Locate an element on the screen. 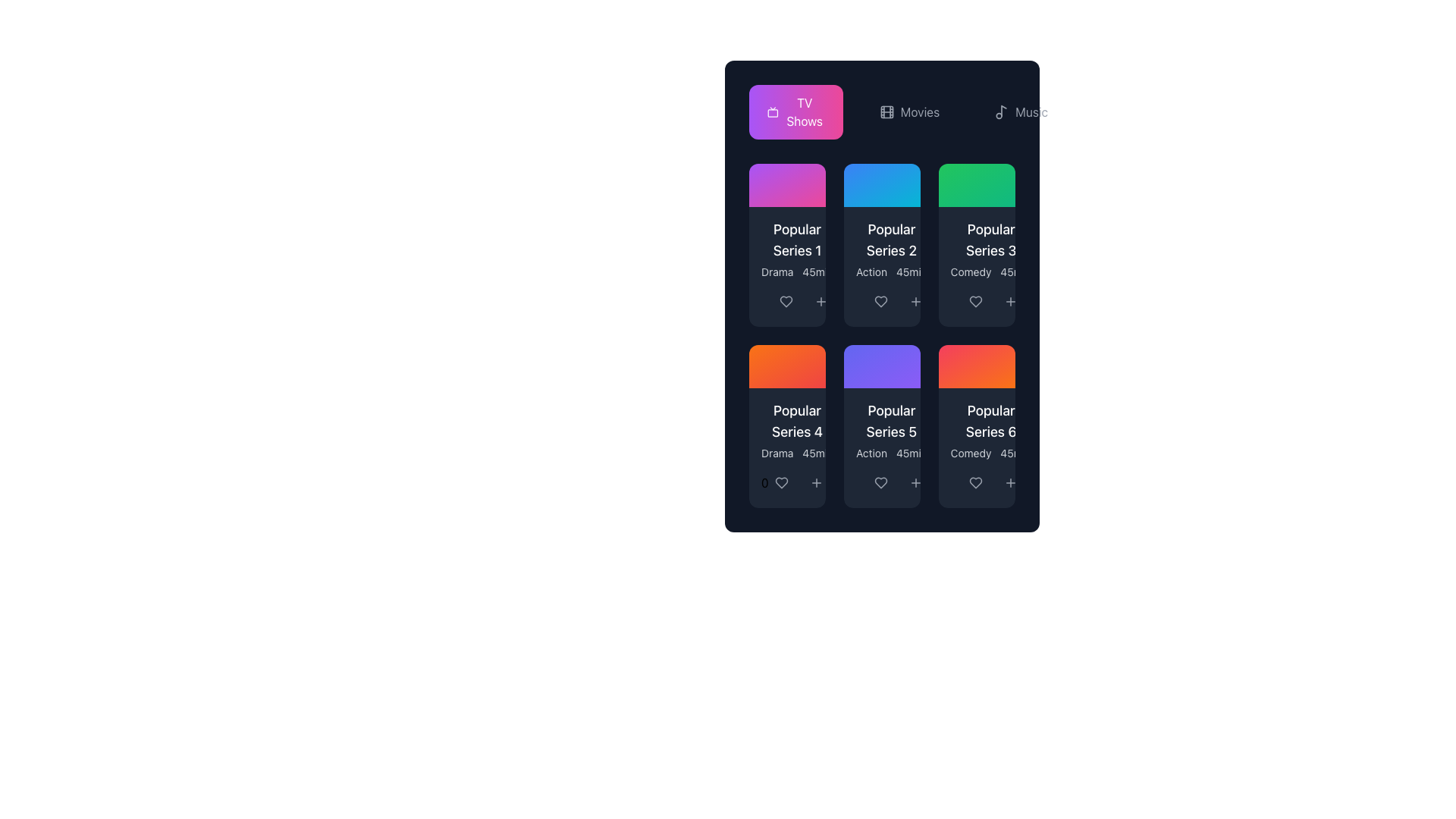  the text label displaying 'Comedy' and '45min' within the 'Popular Series 3' card is located at coordinates (991, 271).